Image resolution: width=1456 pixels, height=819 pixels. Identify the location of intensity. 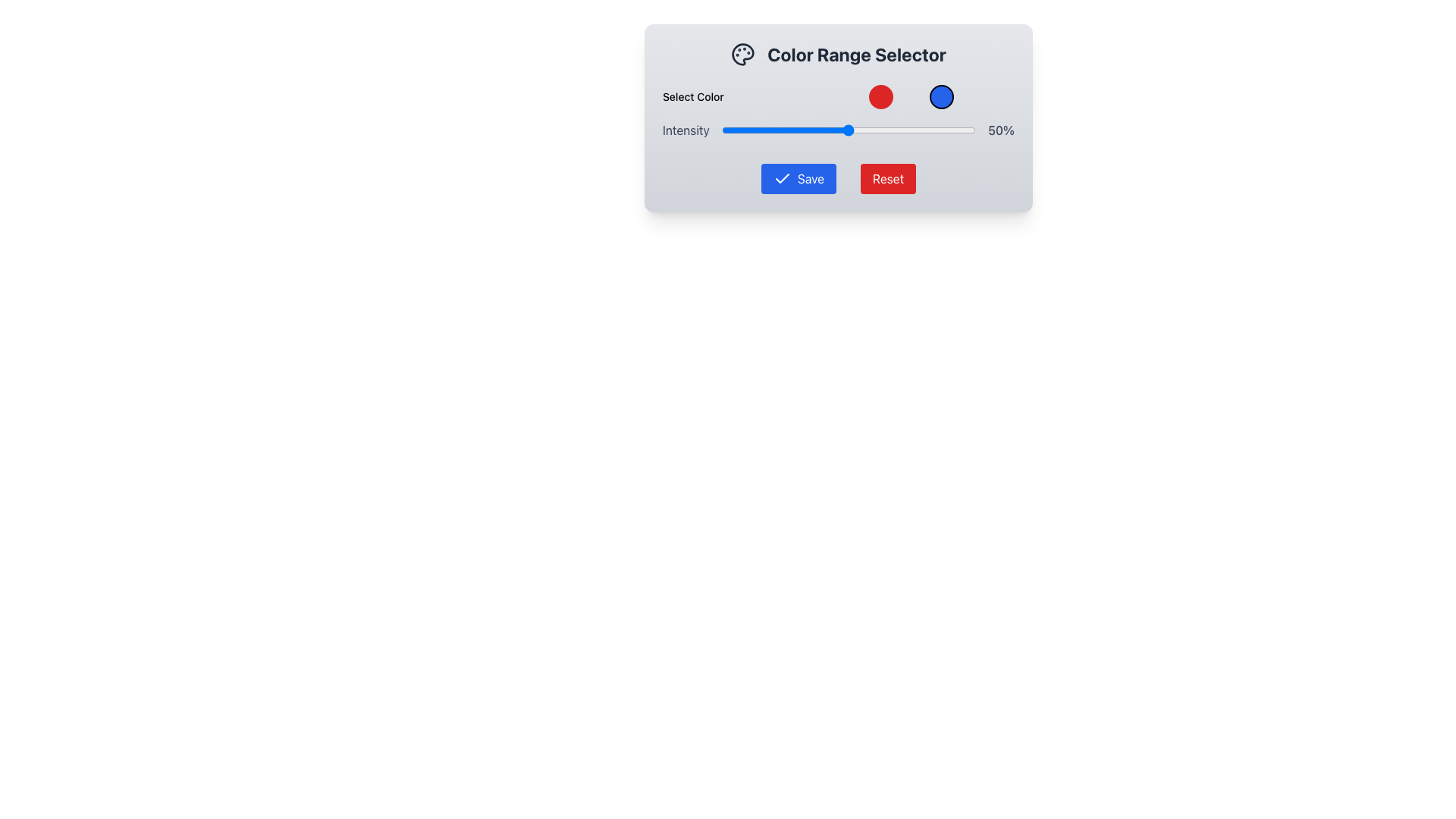
(802, 130).